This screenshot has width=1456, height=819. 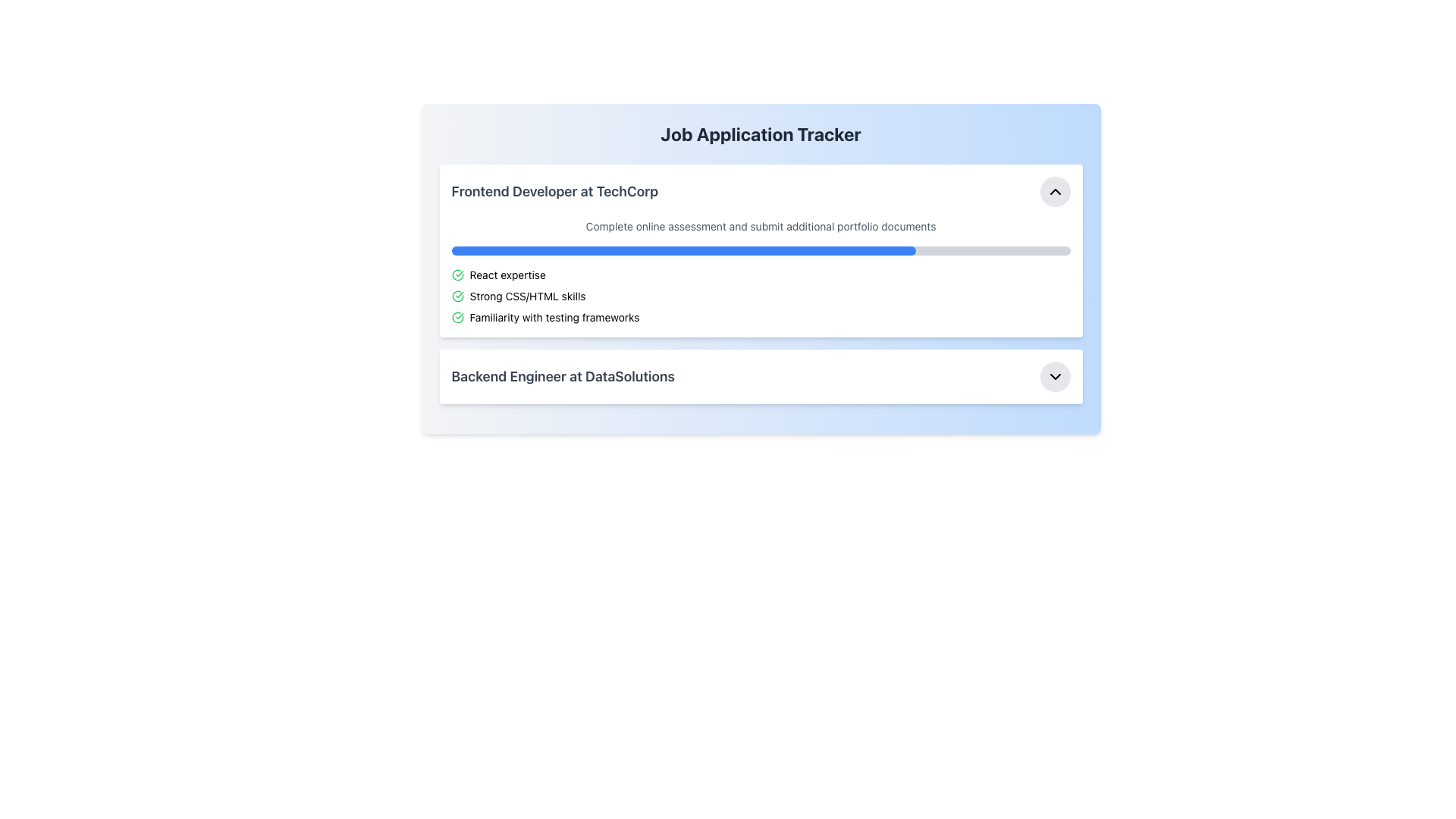 I want to click on the list item indicating 'Strong CSS/HTML skills' within the 'Frontend Developer at TechCorp' section, so click(x=761, y=296).